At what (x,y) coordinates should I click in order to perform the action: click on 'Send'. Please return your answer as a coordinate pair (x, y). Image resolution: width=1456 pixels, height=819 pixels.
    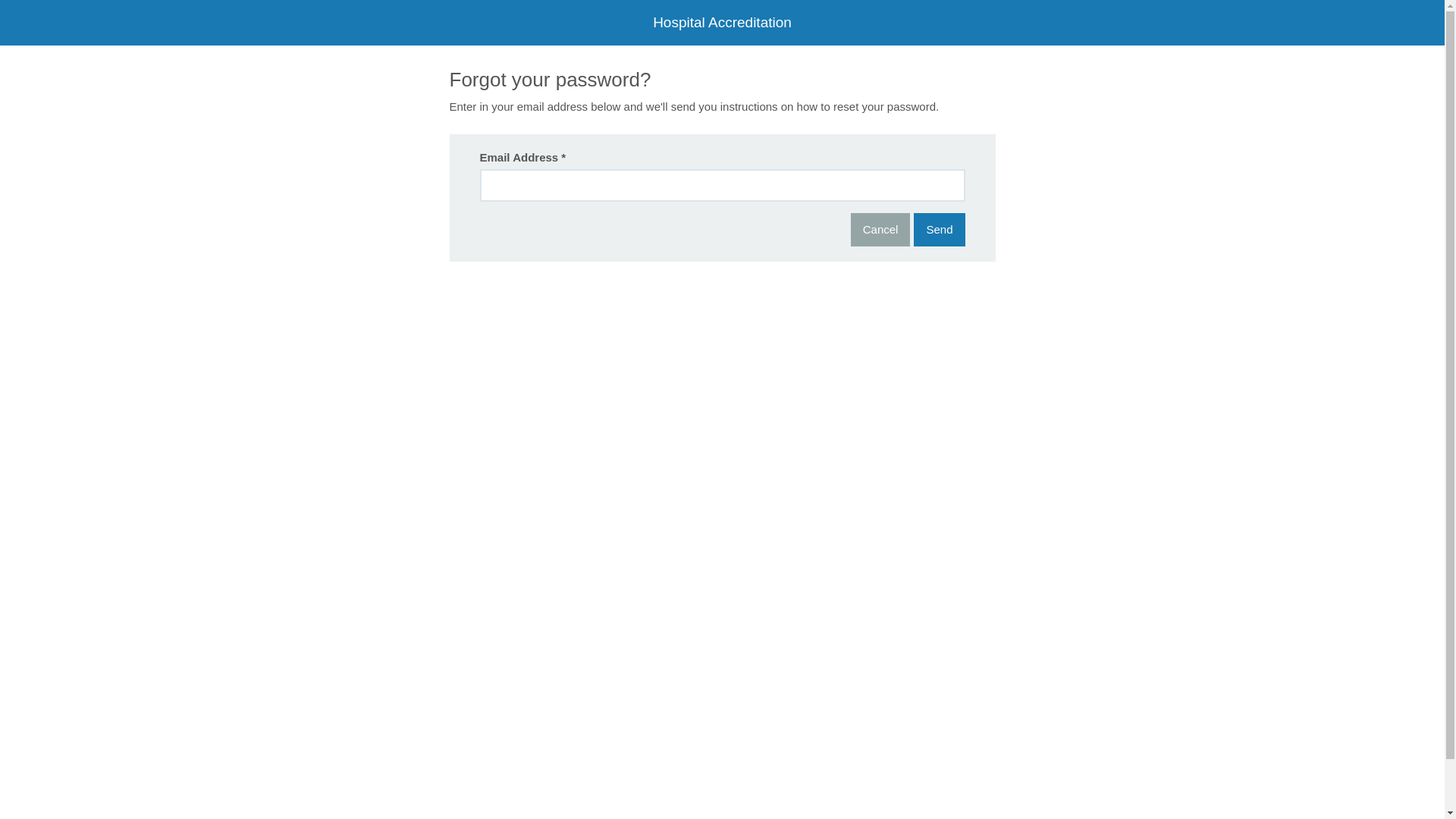
    Looking at the image, I should click on (938, 229).